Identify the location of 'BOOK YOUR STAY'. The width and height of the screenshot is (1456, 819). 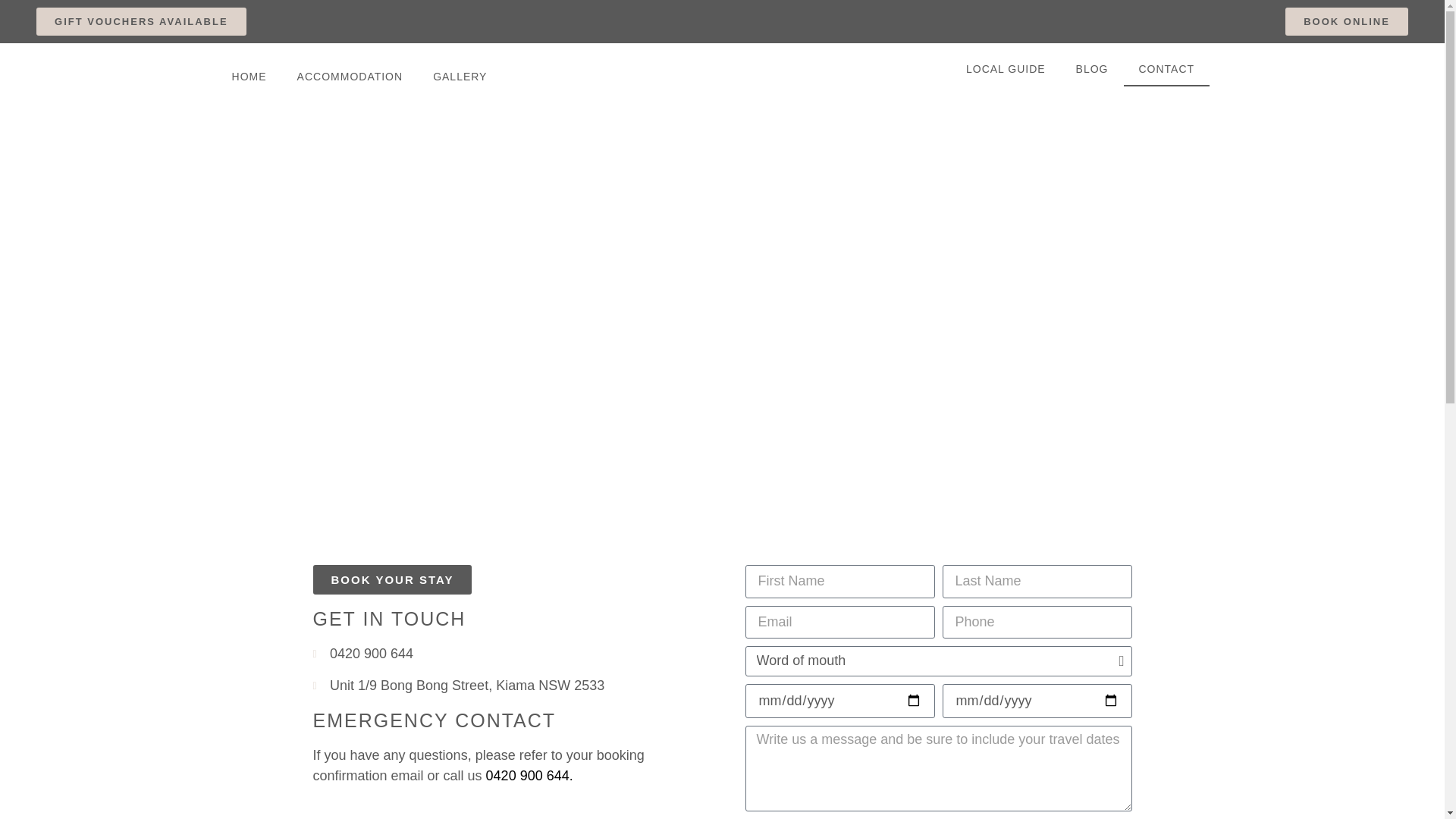
(392, 579).